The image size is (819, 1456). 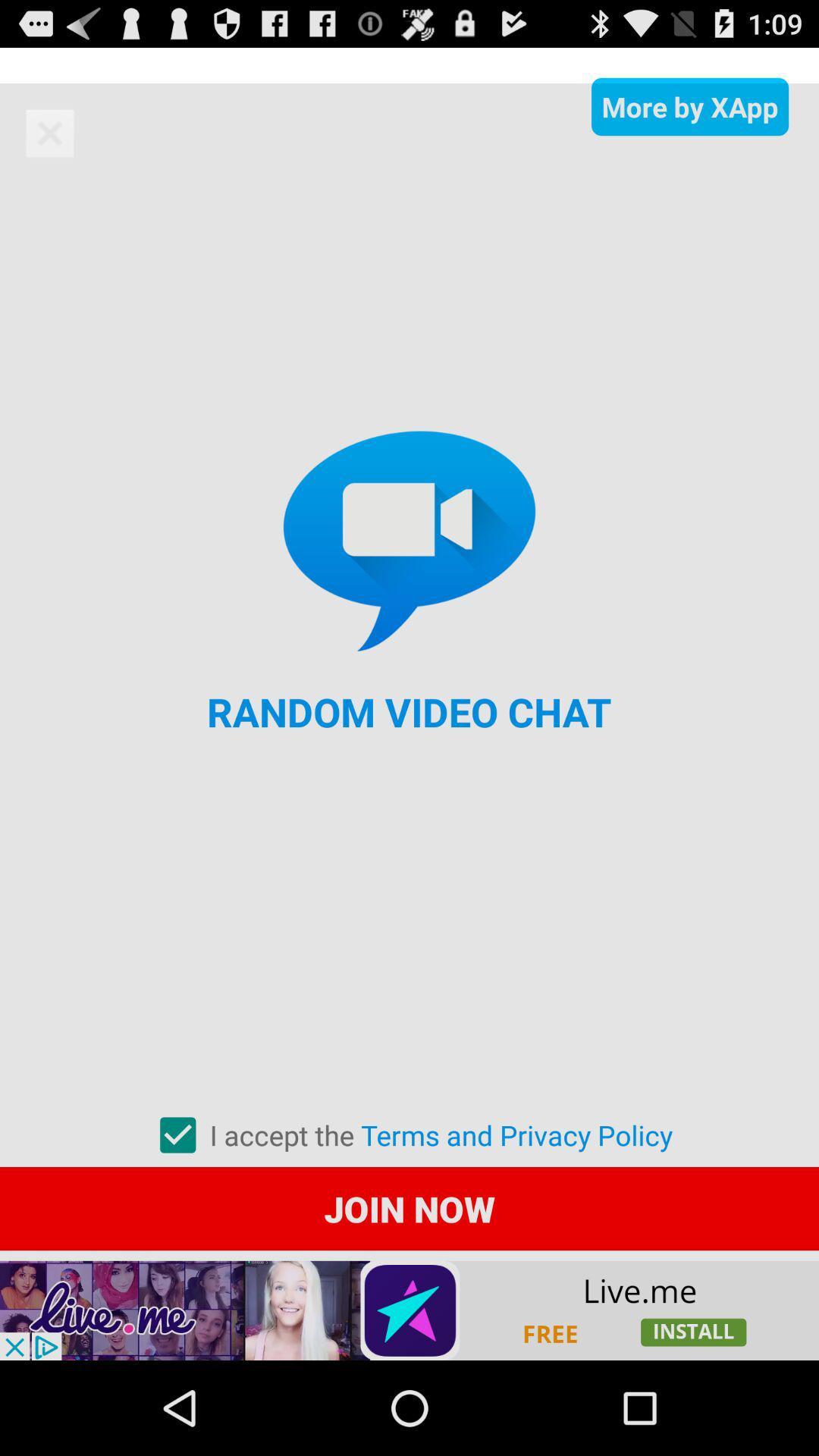 What do you see at coordinates (177, 1135) in the screenshot?
I see `accept terms and conditions` at bounding box center [177, 1135].